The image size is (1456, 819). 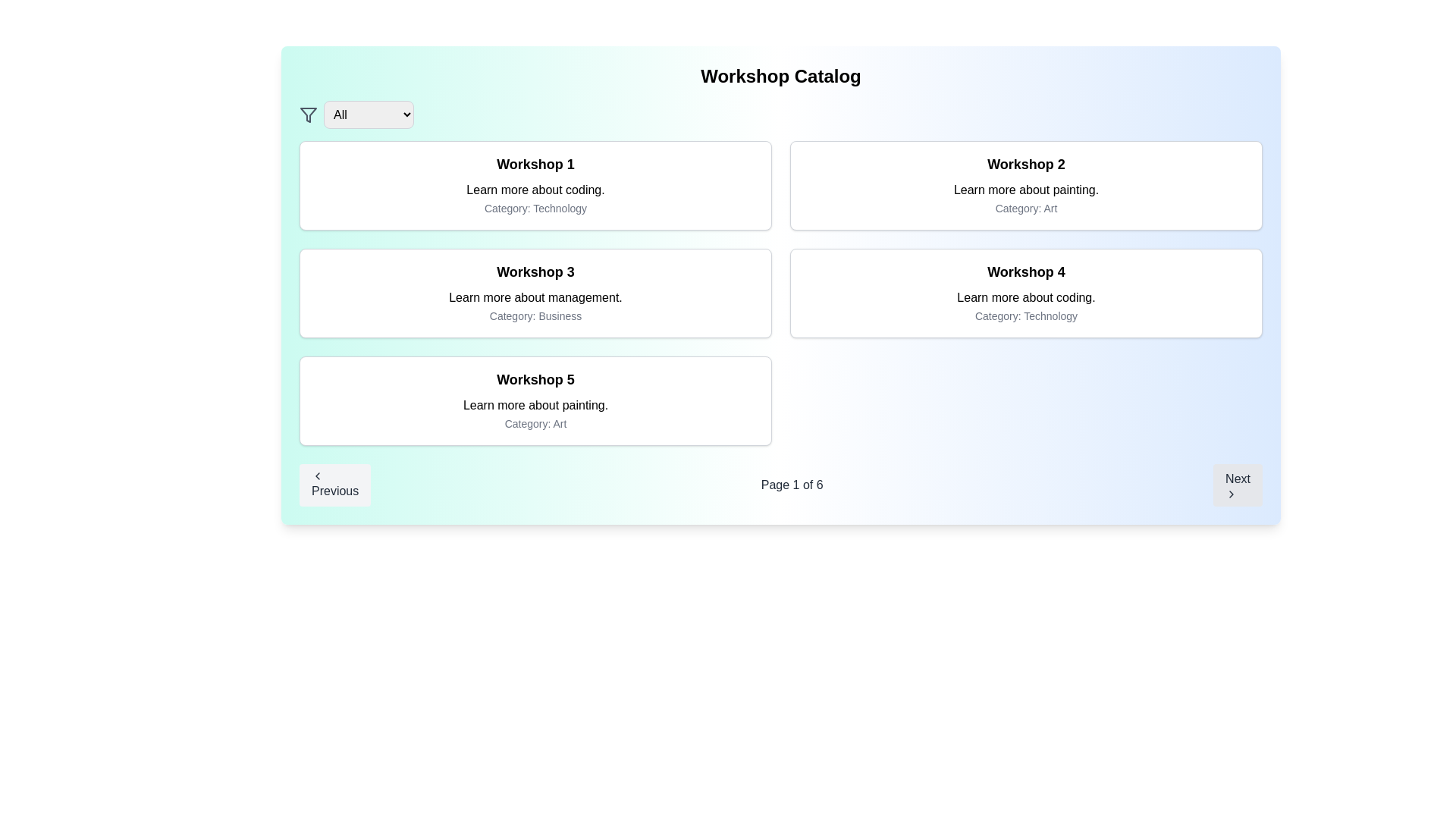 What do you see at coordinates (1026, 189) in the screenshot?
I see `the textual descriptor for 'Workshop 2' that explains its focus on painting, positioned directly under 'Workshop 2' and above 'Category: Art.'` at bounding box center [1026, 189].